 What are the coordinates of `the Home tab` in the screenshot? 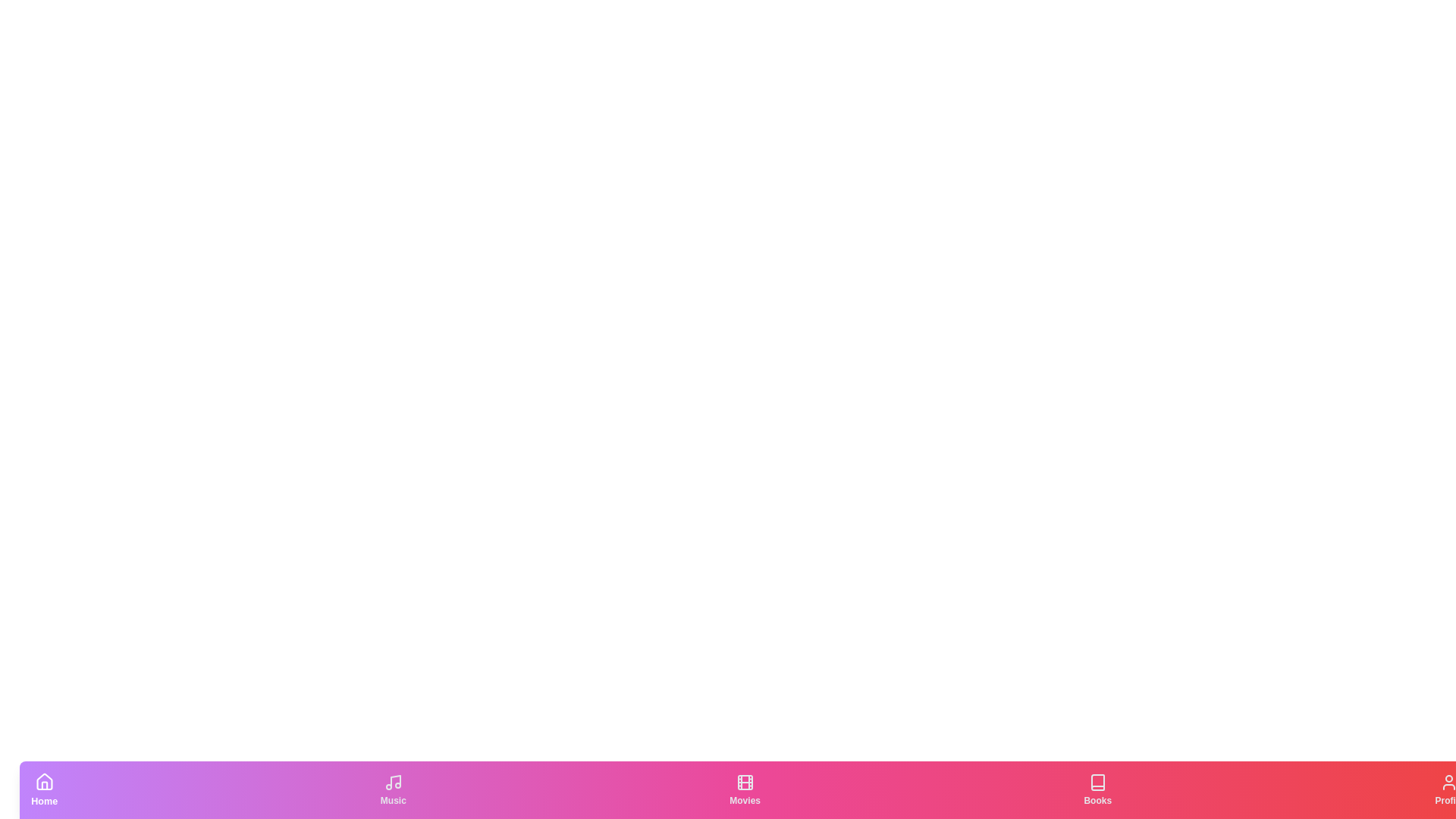 It's located at (44, 789).